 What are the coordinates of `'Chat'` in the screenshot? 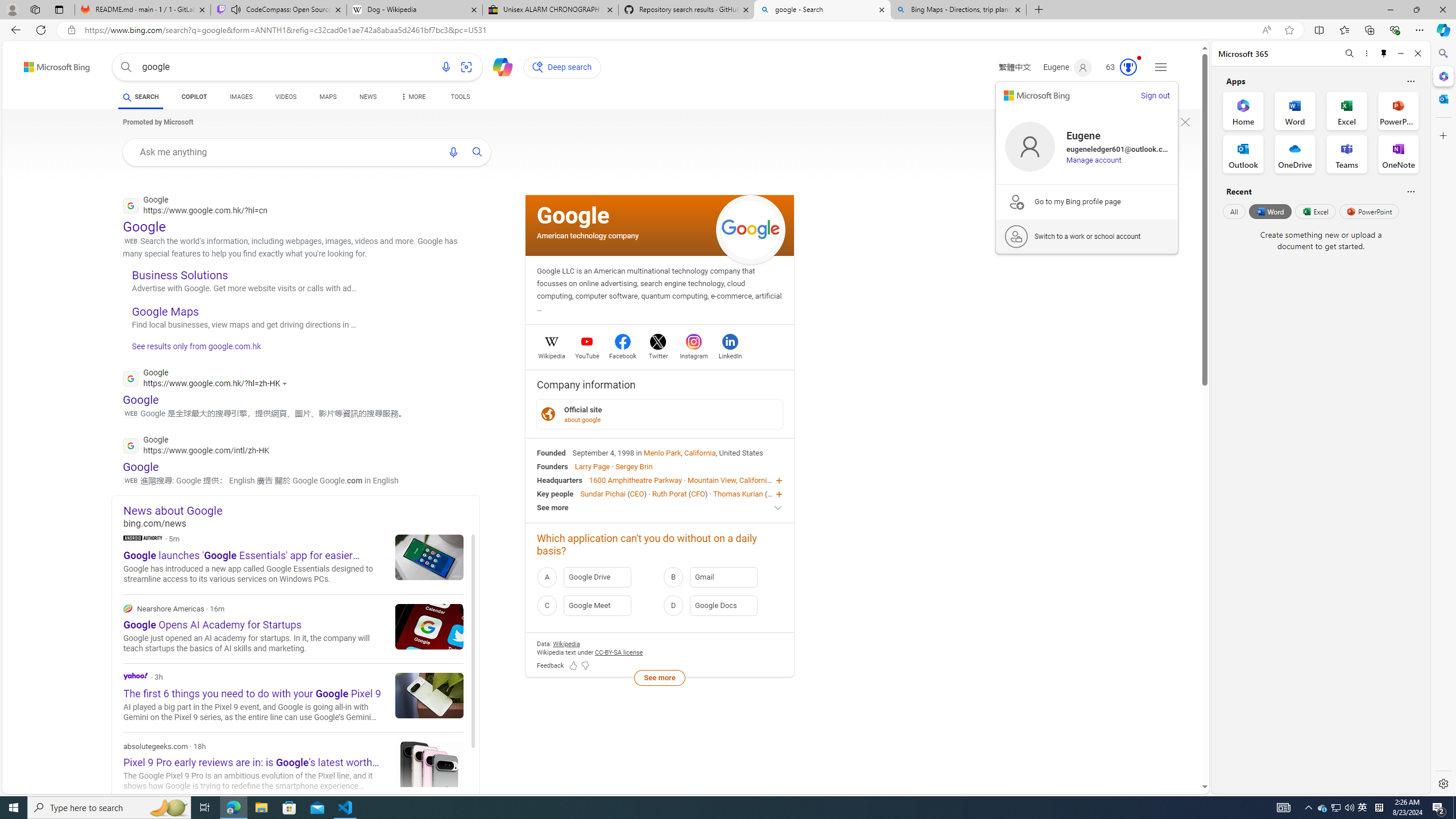 It's located at (498, 65).